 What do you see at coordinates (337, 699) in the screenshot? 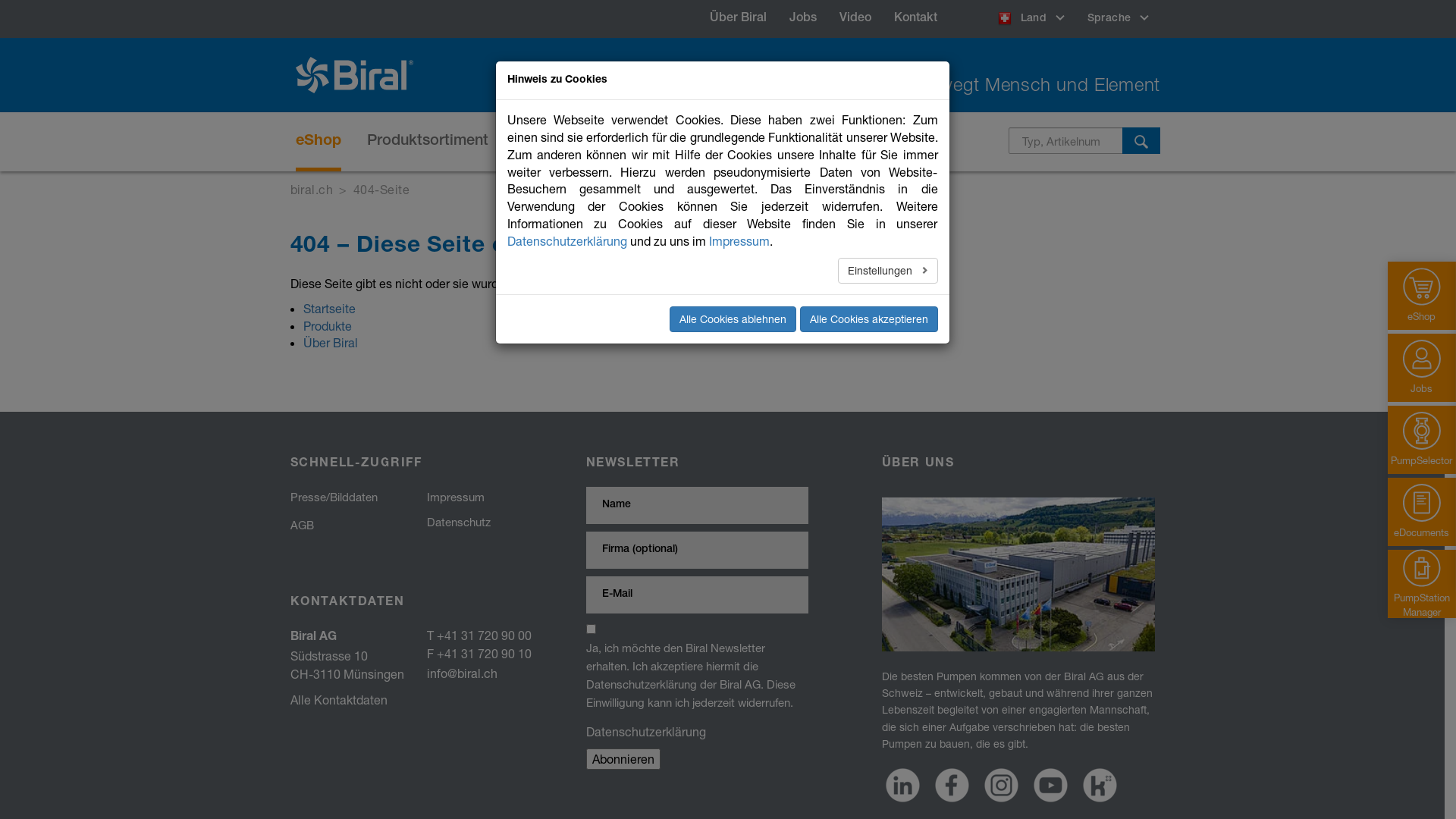
I see `'Alle Kontaktdaten'` at bounding box center [337, 699].